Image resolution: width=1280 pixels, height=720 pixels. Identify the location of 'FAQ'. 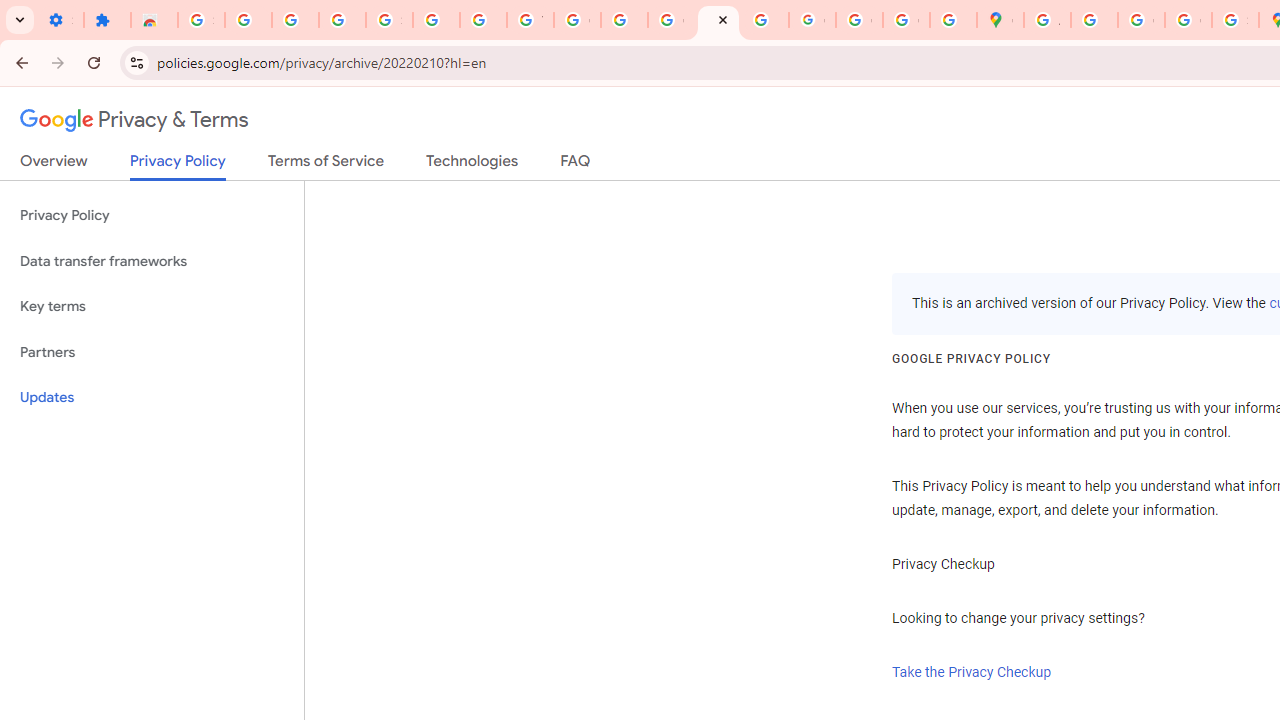
(575, 164).